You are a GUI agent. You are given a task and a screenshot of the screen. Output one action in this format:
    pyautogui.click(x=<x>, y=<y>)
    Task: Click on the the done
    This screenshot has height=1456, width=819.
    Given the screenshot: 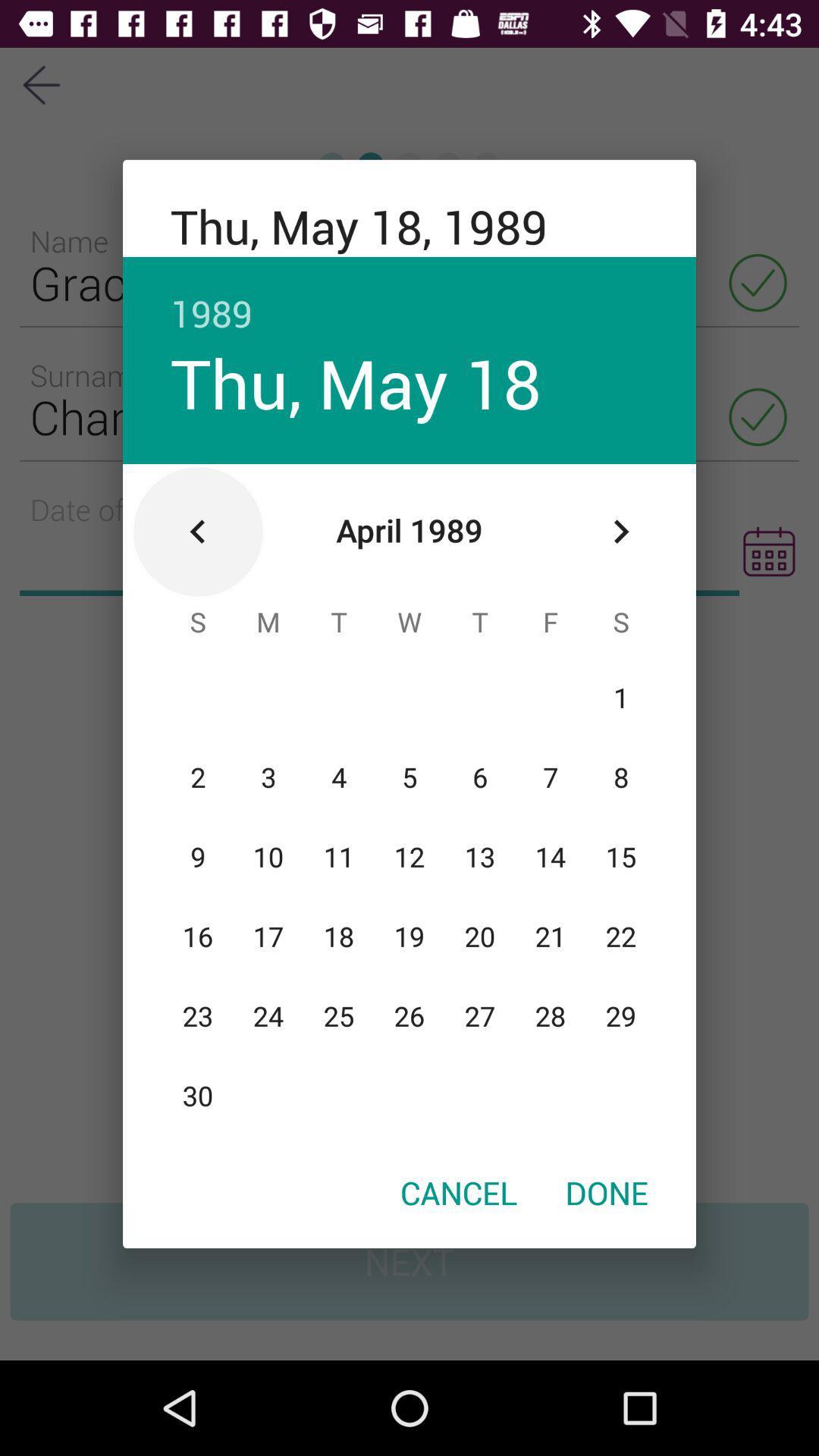 What is the action you would take?
    pyautogui.click(x=606, y=1191)
    